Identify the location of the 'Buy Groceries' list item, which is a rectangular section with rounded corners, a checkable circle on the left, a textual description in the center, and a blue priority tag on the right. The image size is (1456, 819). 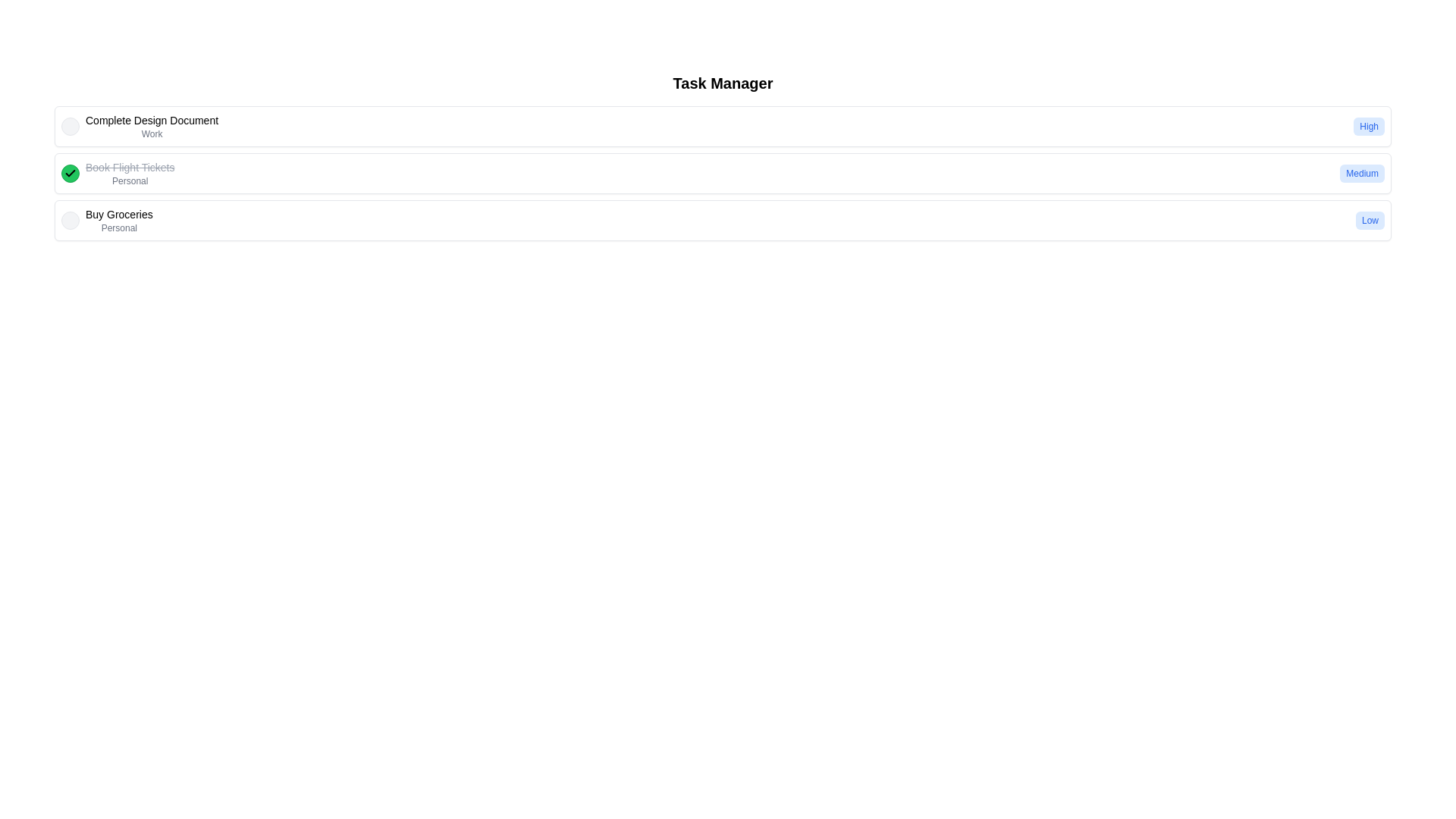
(722, 220).